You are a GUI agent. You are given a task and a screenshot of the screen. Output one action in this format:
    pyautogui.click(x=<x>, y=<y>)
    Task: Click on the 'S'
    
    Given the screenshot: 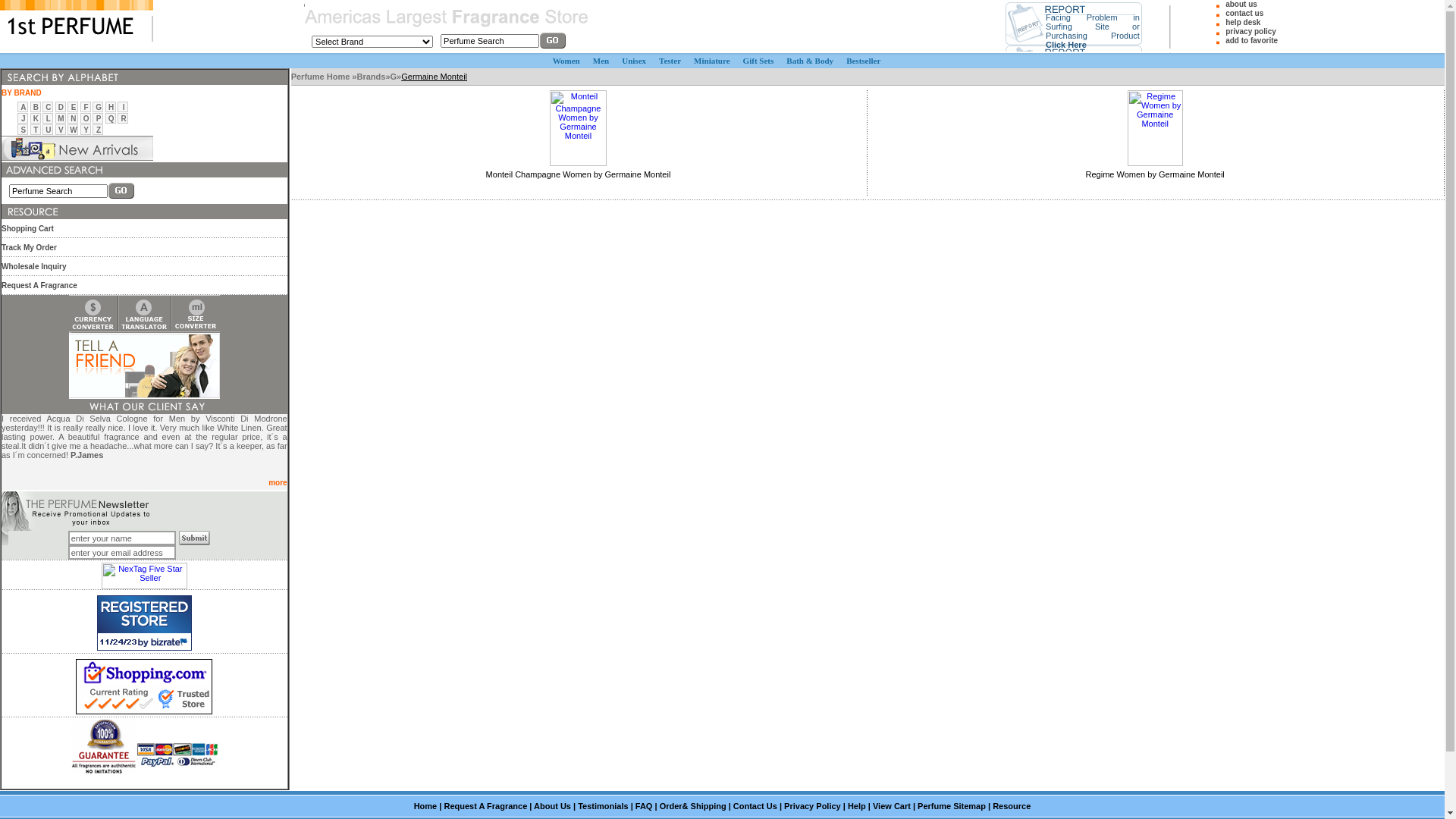 What is the action you would take?
    pyautogui.click(x=23, y=129)
    